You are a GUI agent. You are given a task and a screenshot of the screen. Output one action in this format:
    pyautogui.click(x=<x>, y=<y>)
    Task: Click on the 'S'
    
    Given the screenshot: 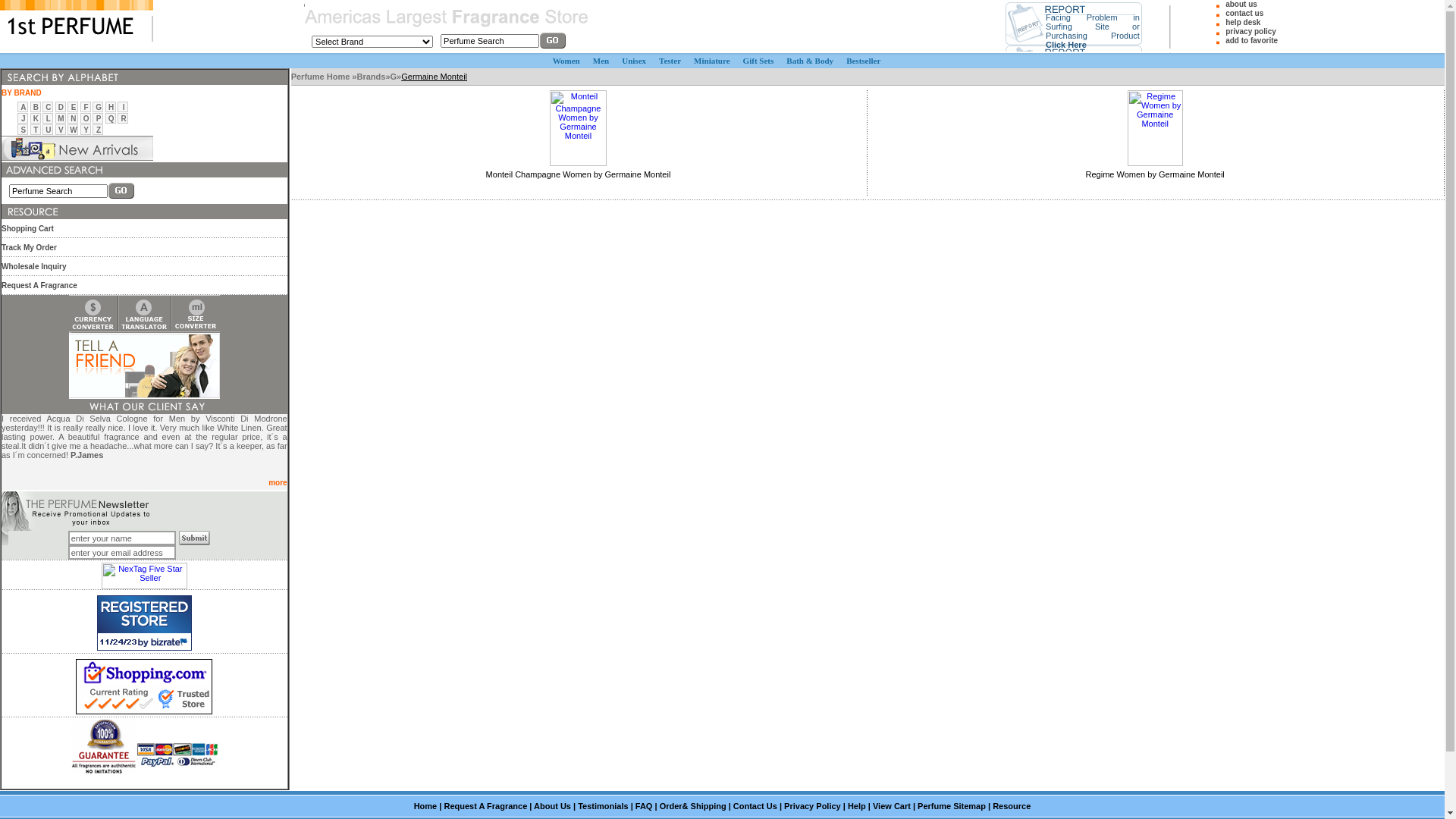 What is the action you would take?
    pyautogui.click(x=23, y=129)
    